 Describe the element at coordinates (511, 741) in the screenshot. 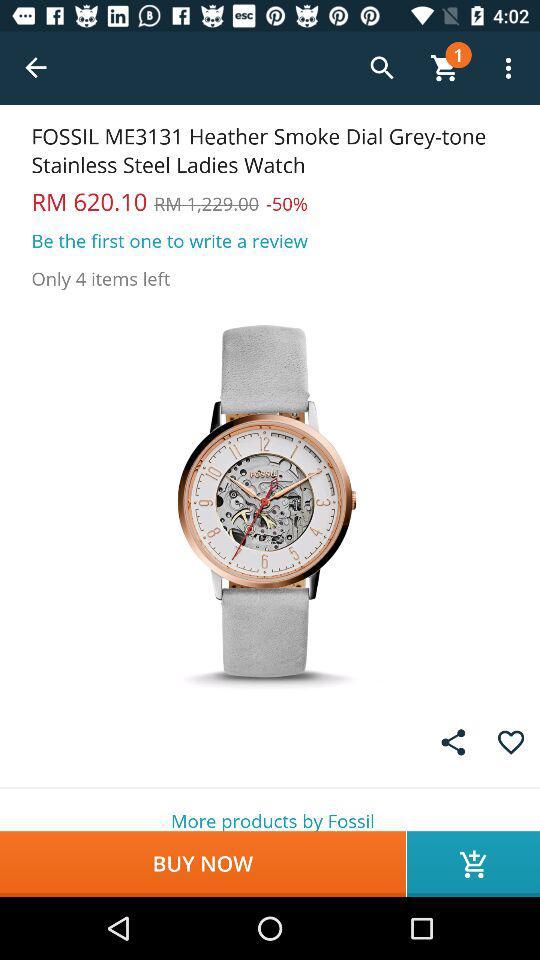

I see `the favorite icon` at that location.